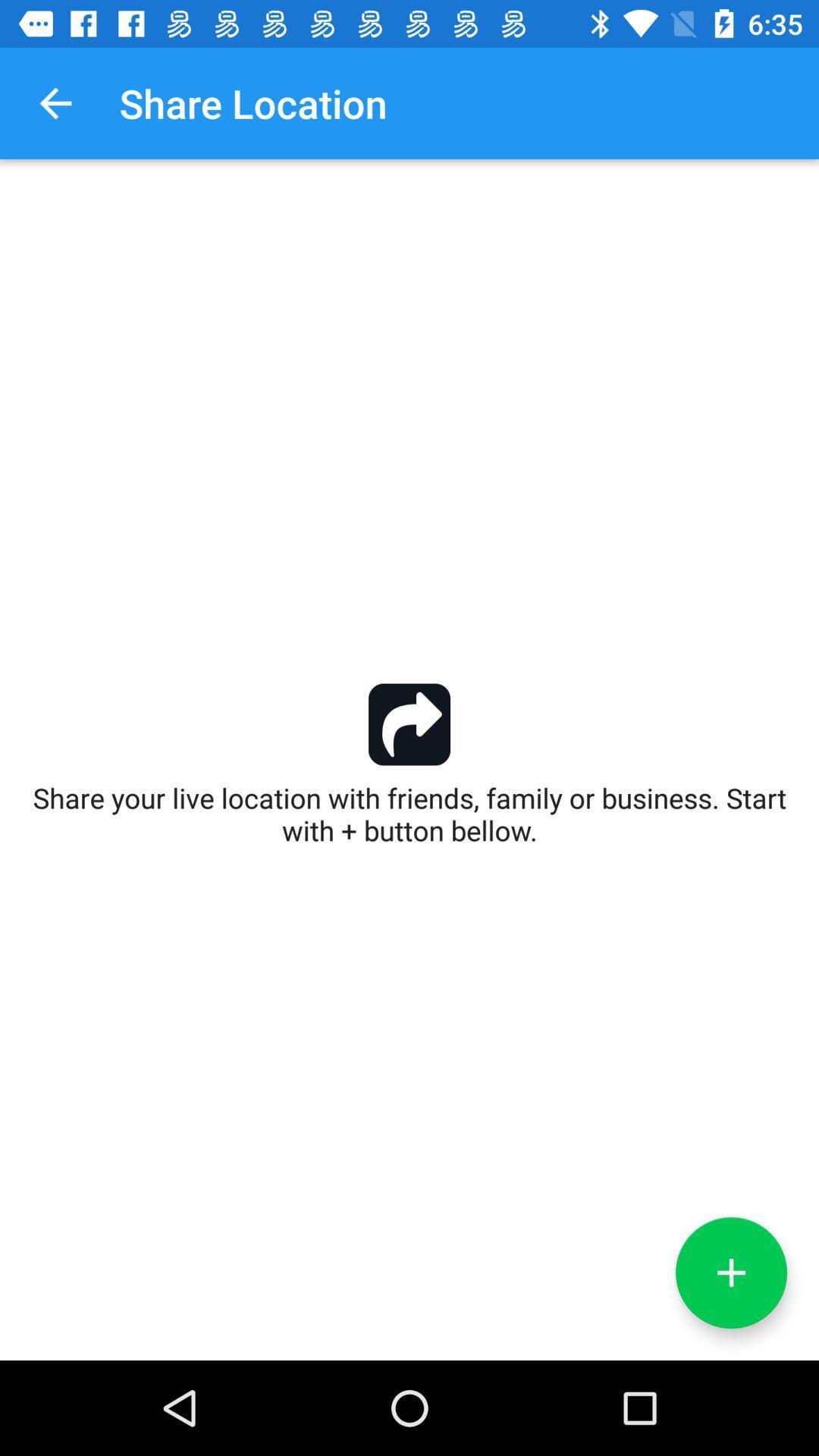 The height and width of the screenshot is (1456, 819). Describe the element at coordinates (55, 102) in the screenshot. I see `the app to the left of share location` at that location.